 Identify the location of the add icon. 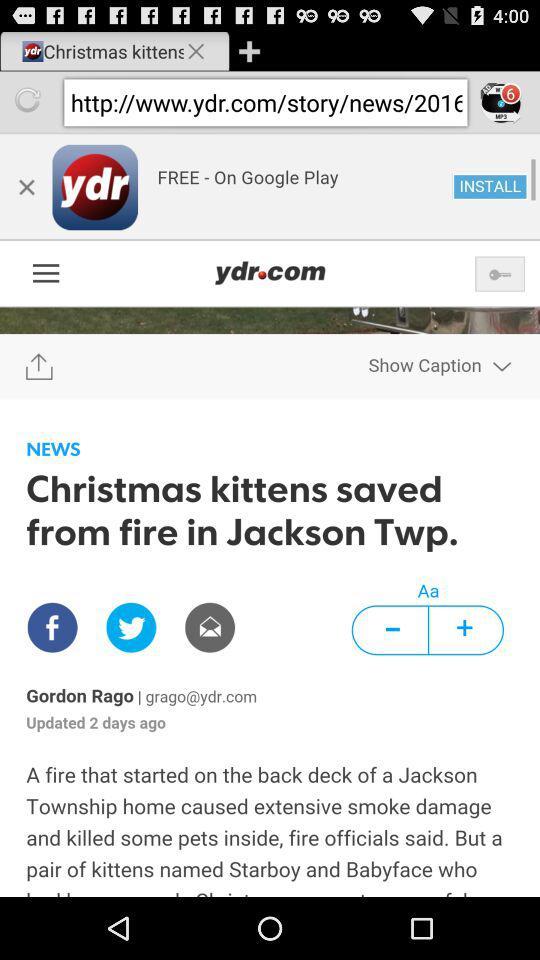
(249, 53).